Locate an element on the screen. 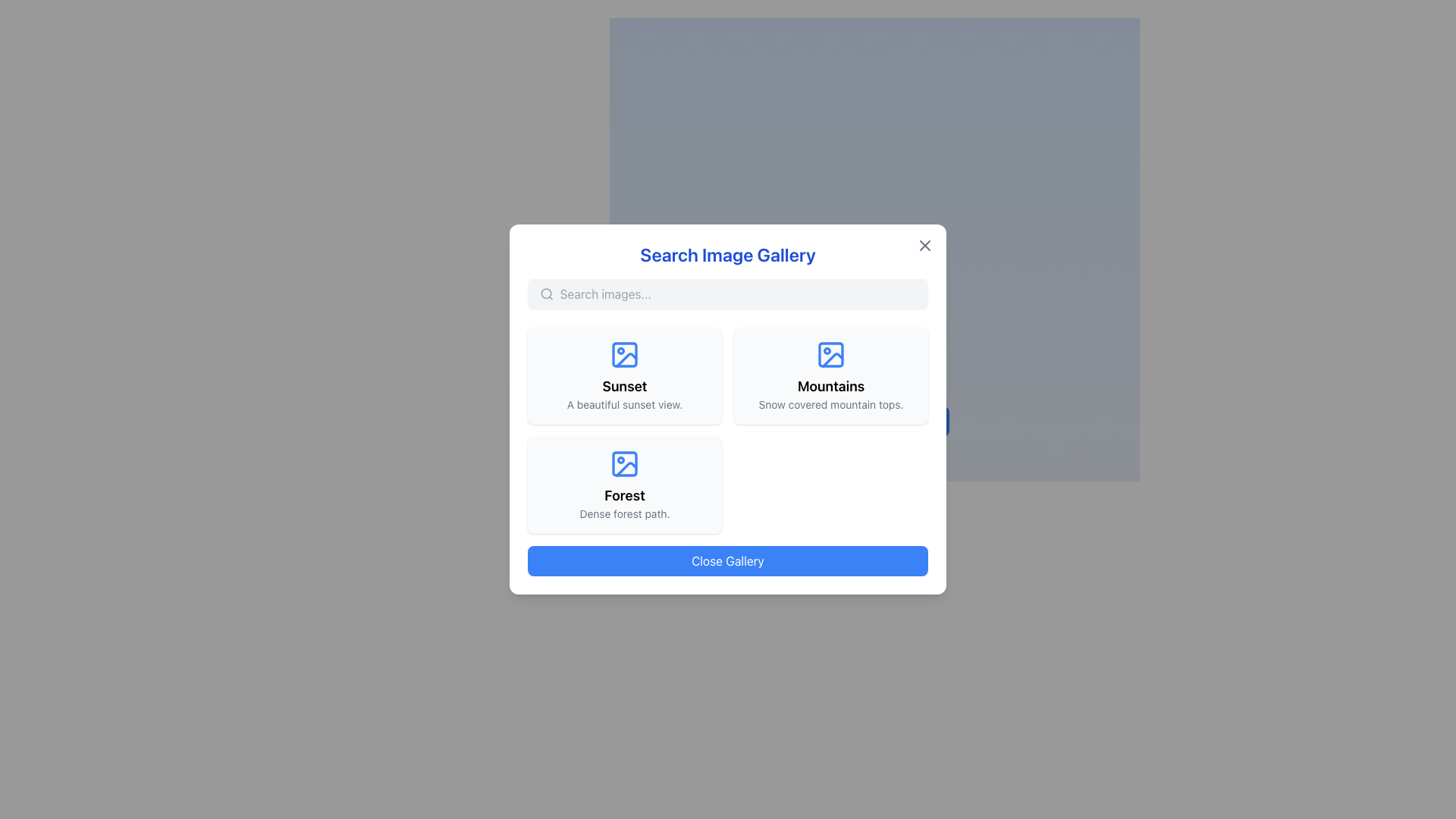  the text label displaying 'Forest' is located at coordinates (625, 496).